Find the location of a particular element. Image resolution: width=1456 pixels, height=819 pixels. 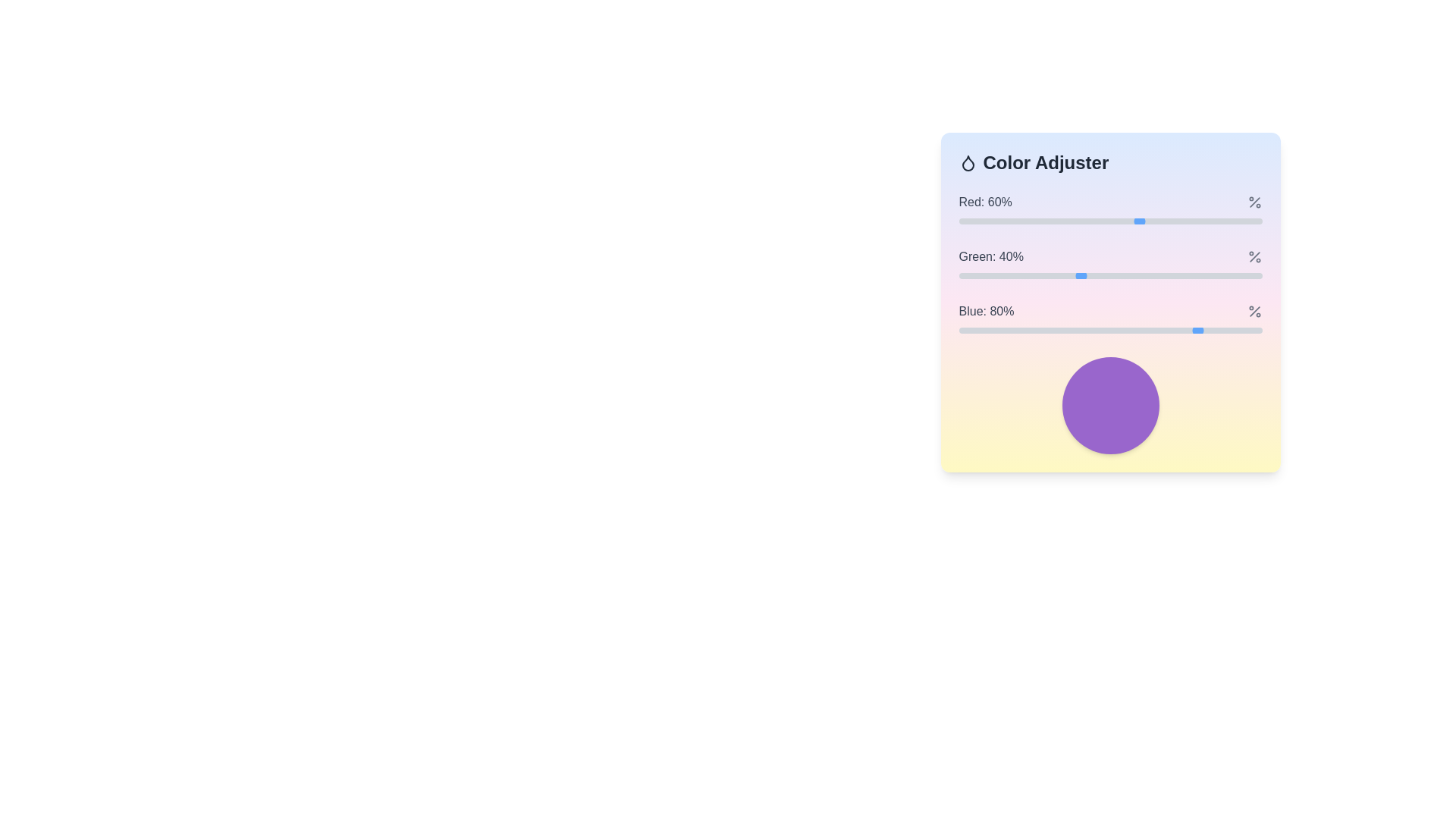

the red color level to 66% by moving the slider is located at coordinates (1158, 221).